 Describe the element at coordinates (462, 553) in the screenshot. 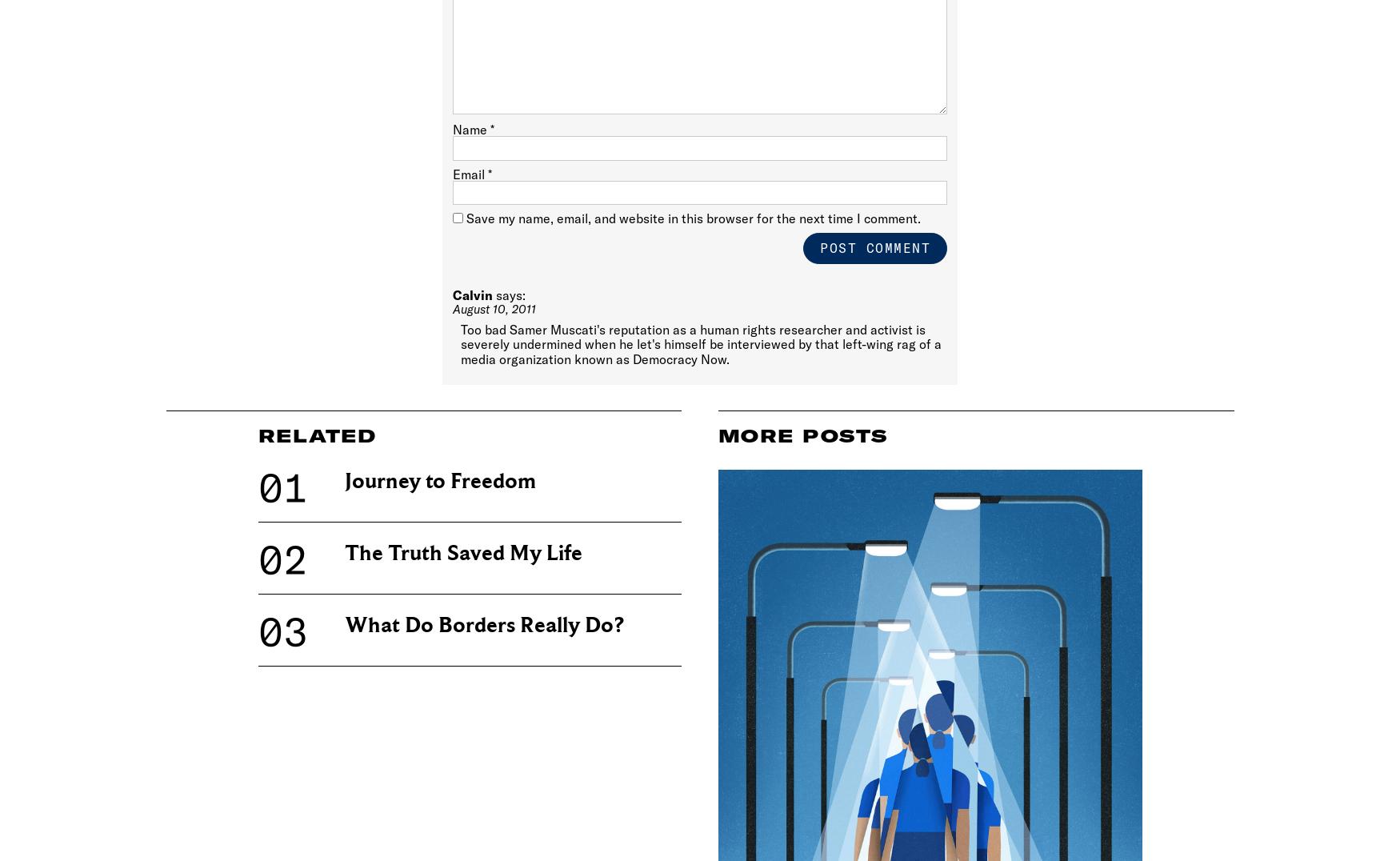

I see `'The Truth Saved My Life'` at that location.